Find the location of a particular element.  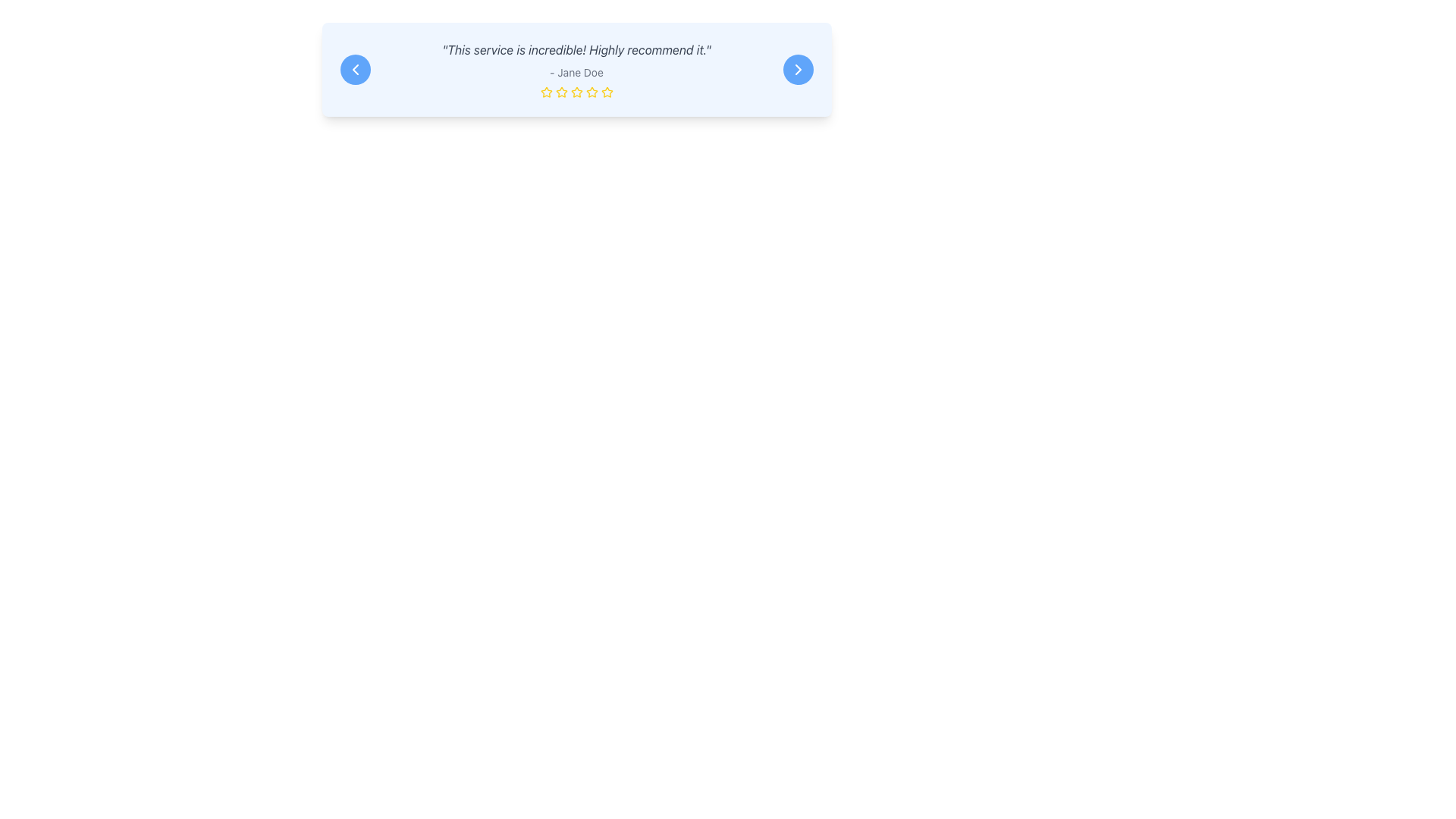

the left-chevron icon with a hollow appearance, located within a circular blue button at the leftmost corner of a testimonial card, to trigger the tooltip is located at coordinates (354, 70).